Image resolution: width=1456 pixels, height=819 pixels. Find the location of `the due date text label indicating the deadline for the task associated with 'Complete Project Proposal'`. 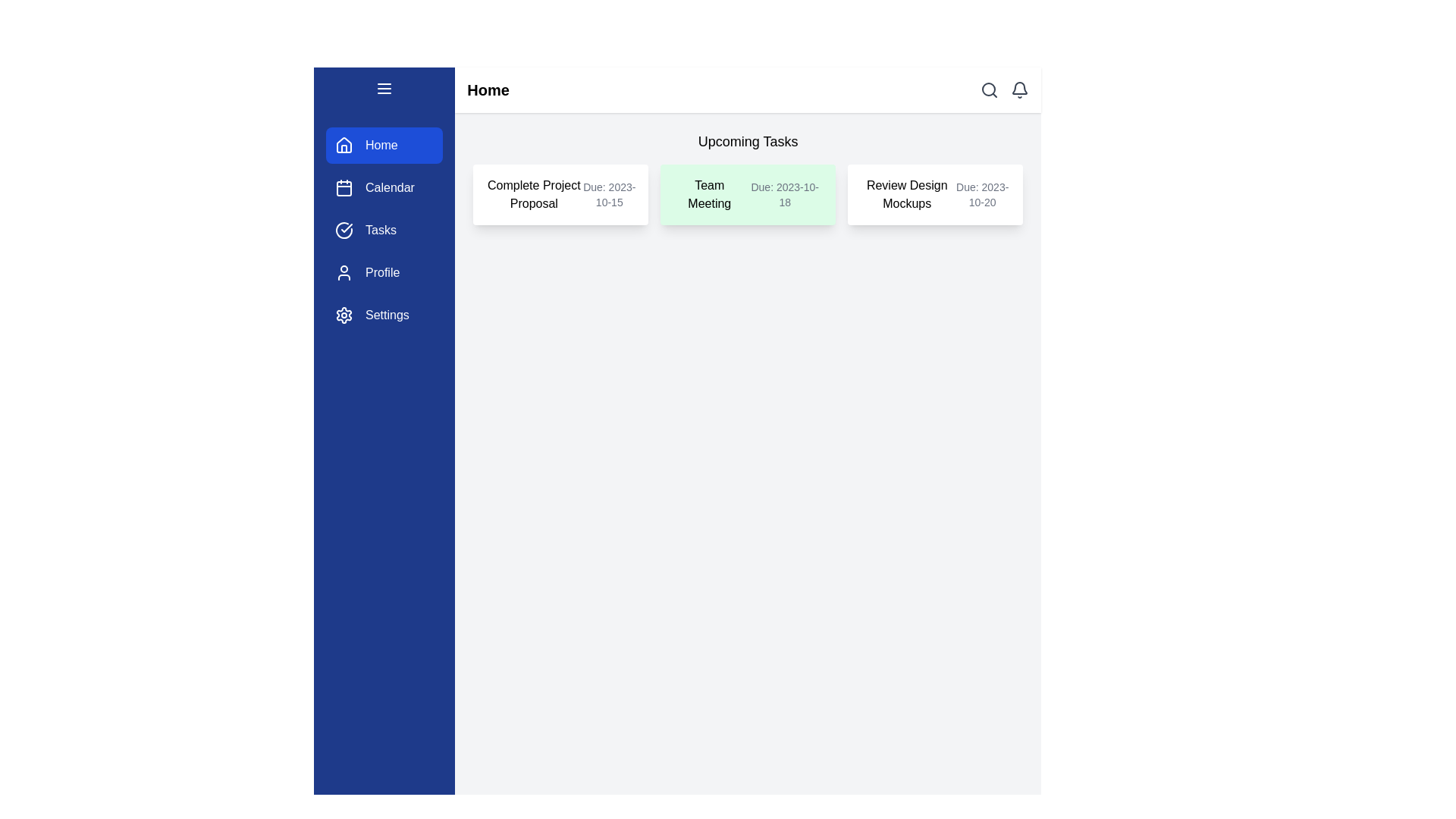

the due date text label indicating the deadline for the task associated with 'Complete Project Proposal' is located at coordinates (609, 194).